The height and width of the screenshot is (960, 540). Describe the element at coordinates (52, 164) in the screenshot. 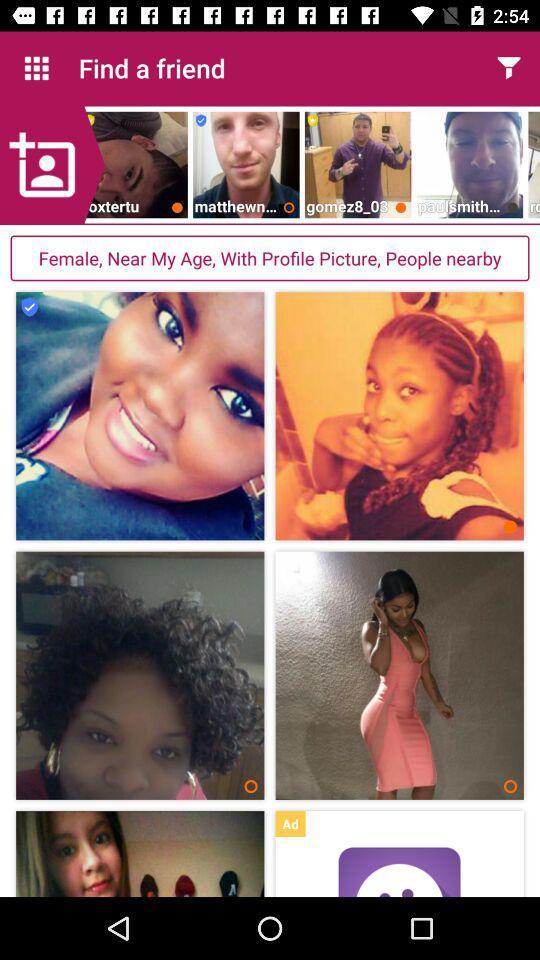

I see `item above female near my icon` at that location.